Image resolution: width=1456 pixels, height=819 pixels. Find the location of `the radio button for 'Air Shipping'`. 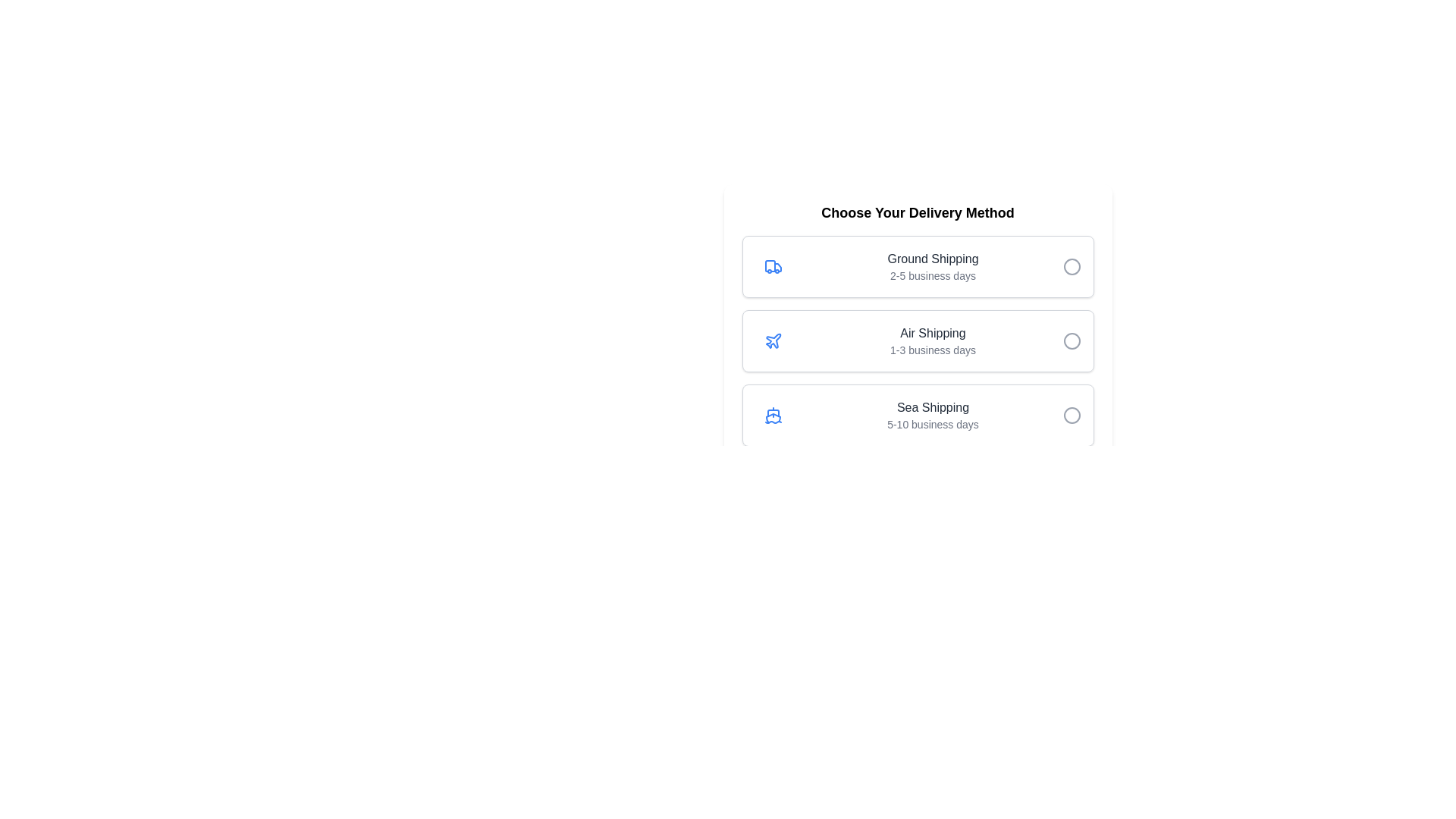

the radio button for 'Air Shipping' is located at coordinates (1071, 341).